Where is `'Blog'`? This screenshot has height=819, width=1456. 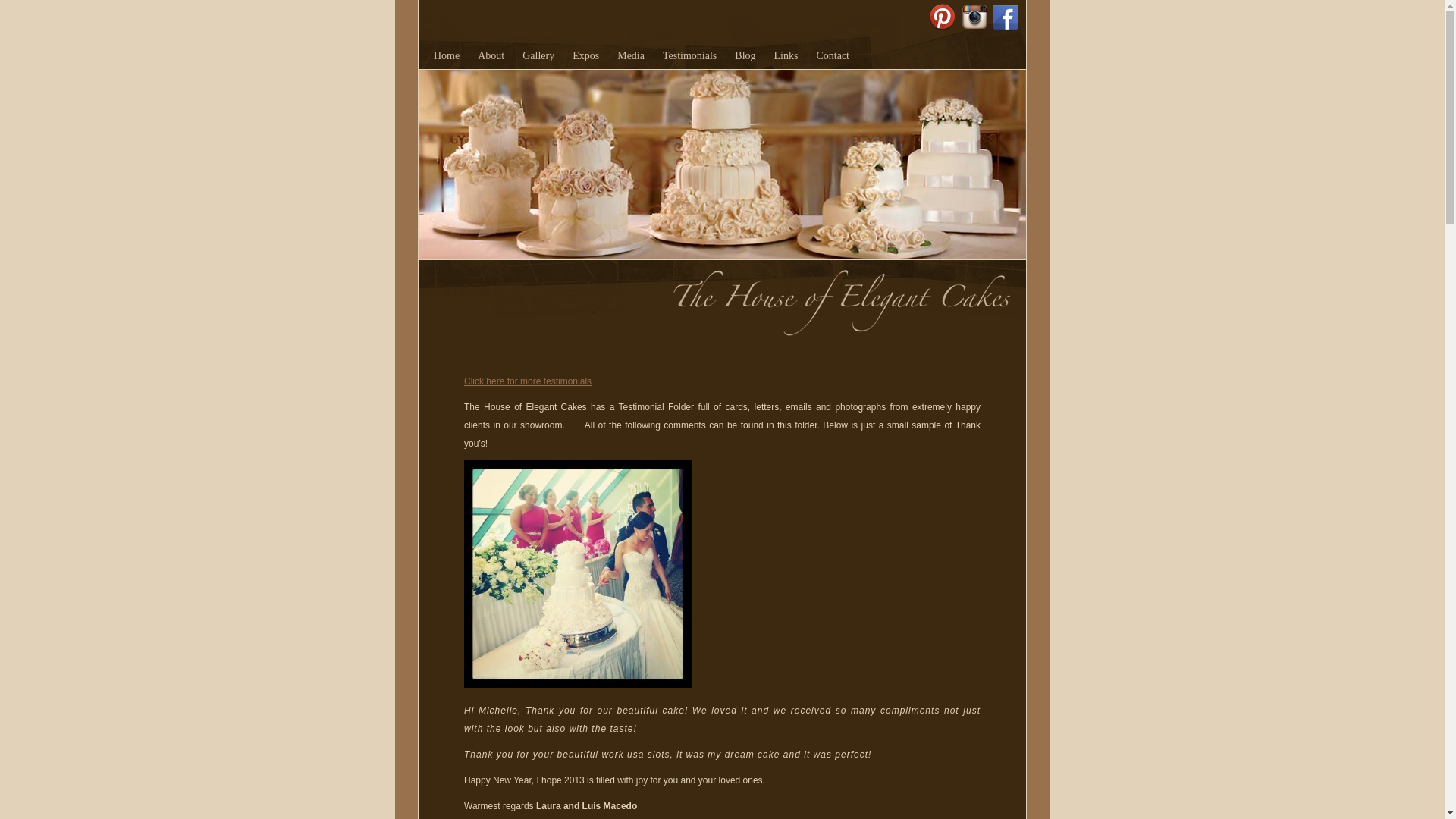
'Blog' is located at coordinates (735, 55).